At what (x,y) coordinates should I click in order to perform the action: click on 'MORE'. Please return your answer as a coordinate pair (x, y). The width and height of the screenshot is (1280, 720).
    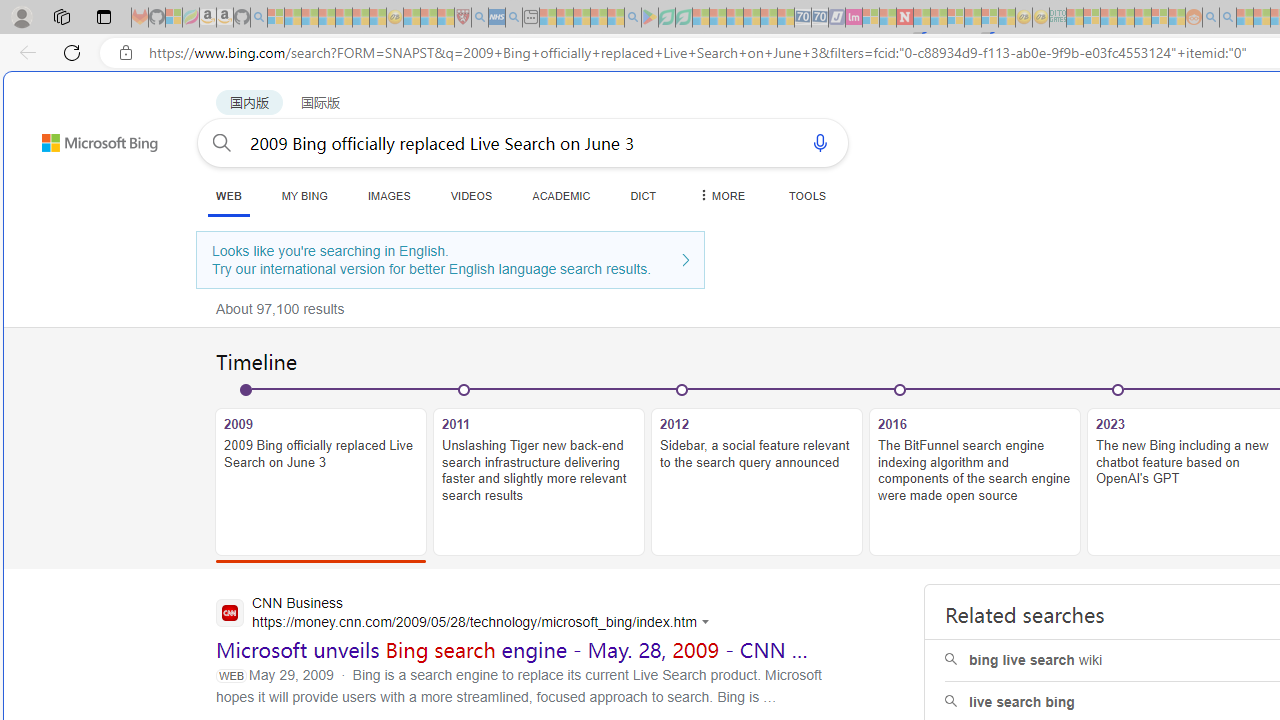
    Looking at the image, I should click on (720, 195).